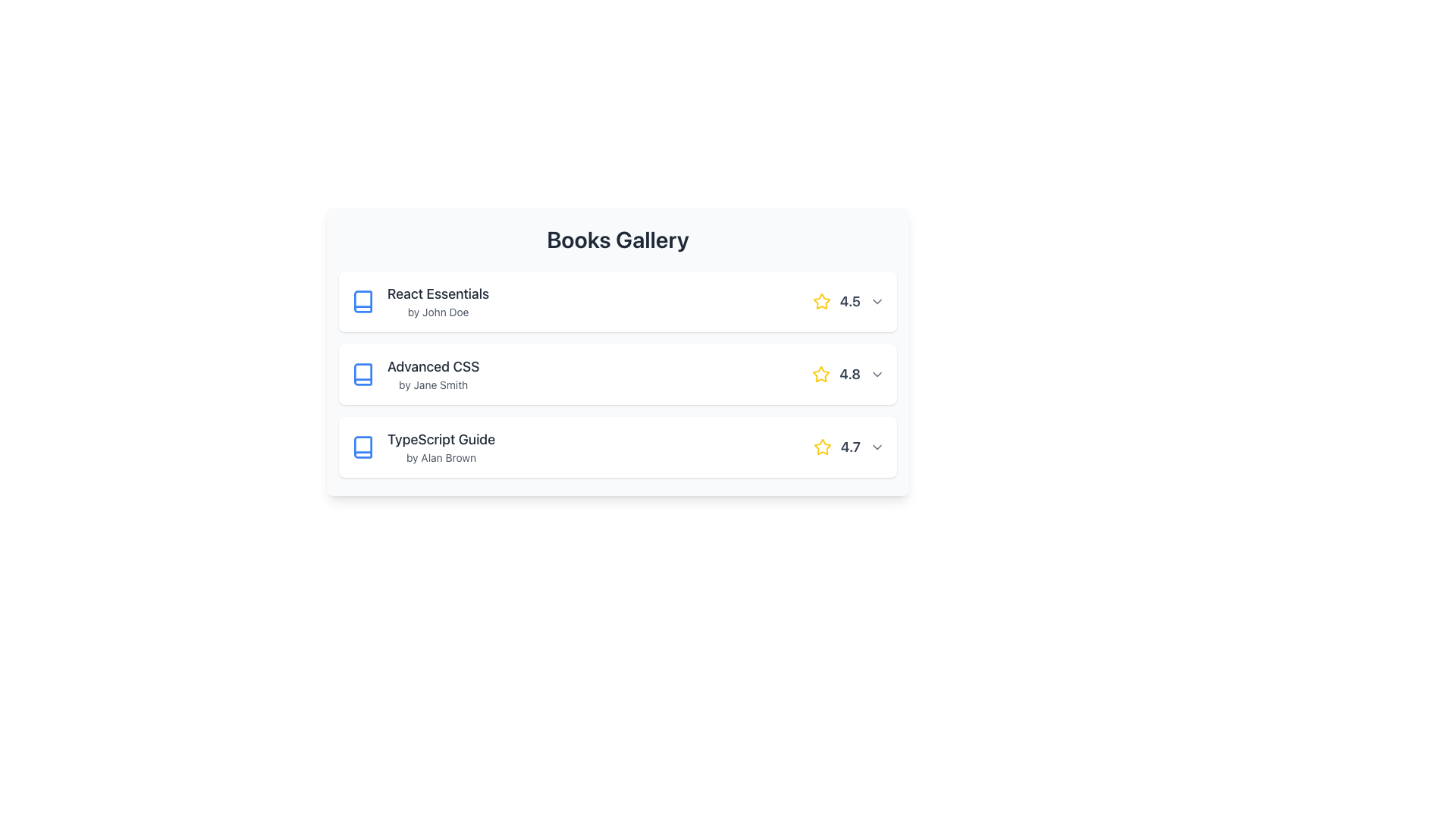 The image size is (1456, 819). I want to click on the Text Label titled 'TypeScript Guide' which features a bold title and a subtitle 'by Alan Brown', located centrally in the third row of book entries, so click(441, 447).